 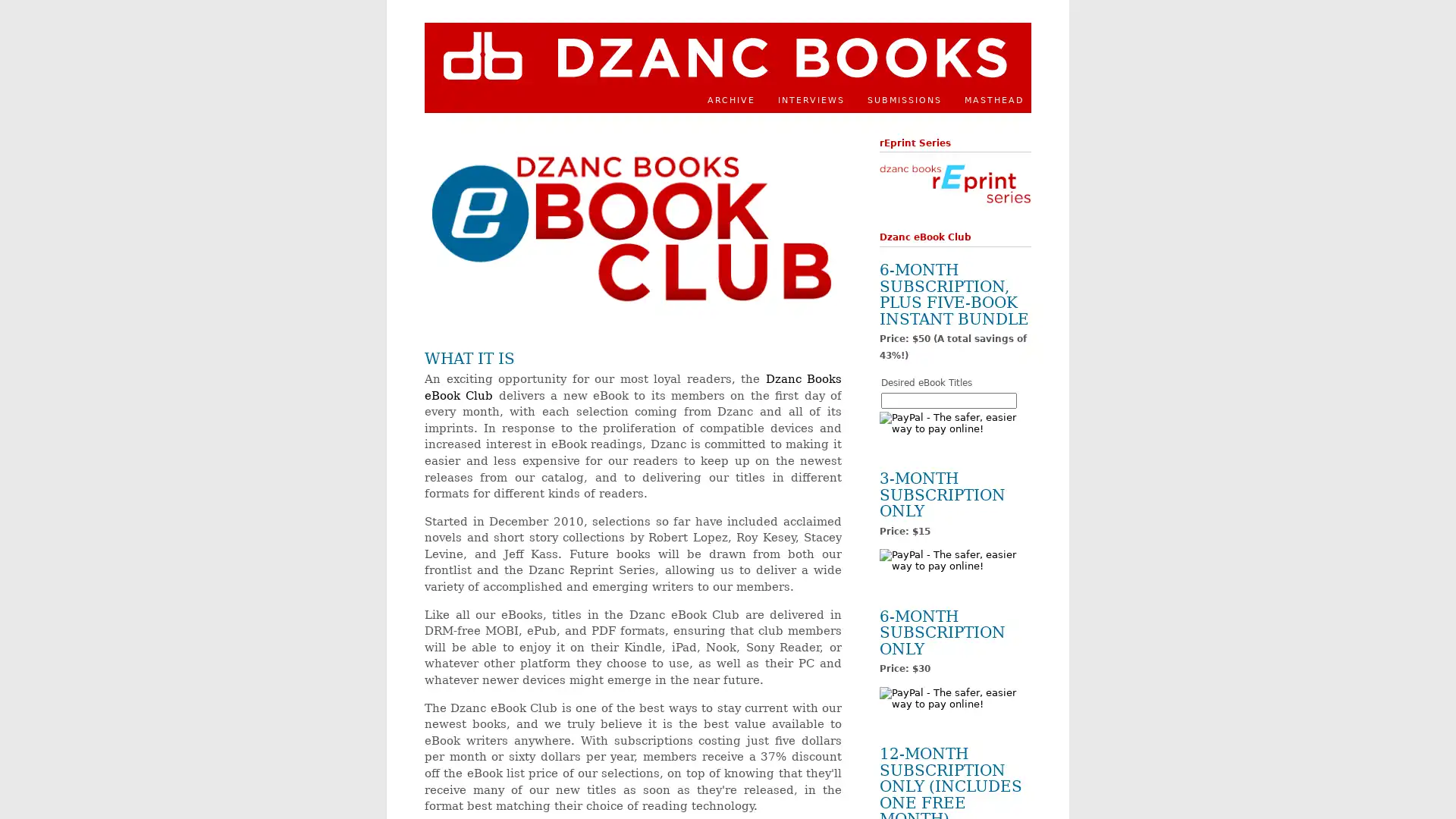 I want to click on PayPal - The safer, easier way to pay online!, so click(x=954, y=698).